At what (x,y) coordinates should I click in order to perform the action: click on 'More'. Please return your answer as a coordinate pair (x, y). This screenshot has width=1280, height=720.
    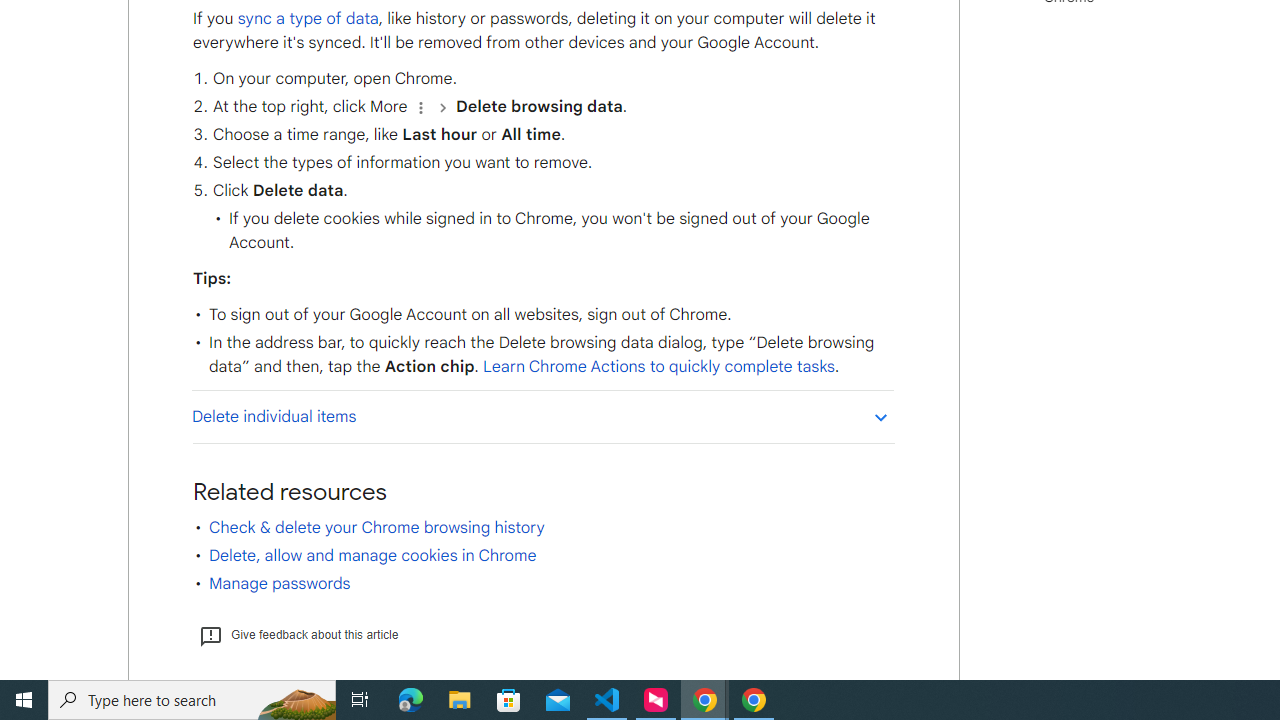
    Looking at the image, I should click on (419, 107).